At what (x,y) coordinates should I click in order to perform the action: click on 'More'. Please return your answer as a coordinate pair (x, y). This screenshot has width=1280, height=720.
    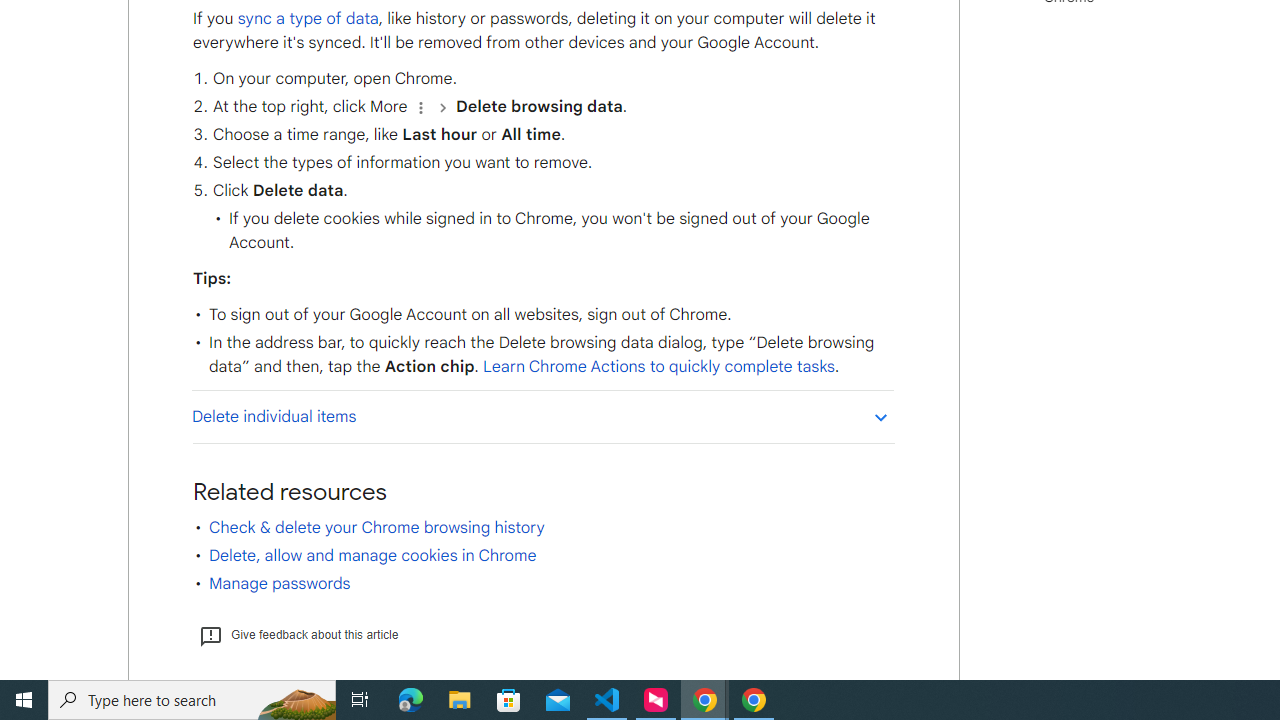
    Looking at the image, I should click on (419, 107).